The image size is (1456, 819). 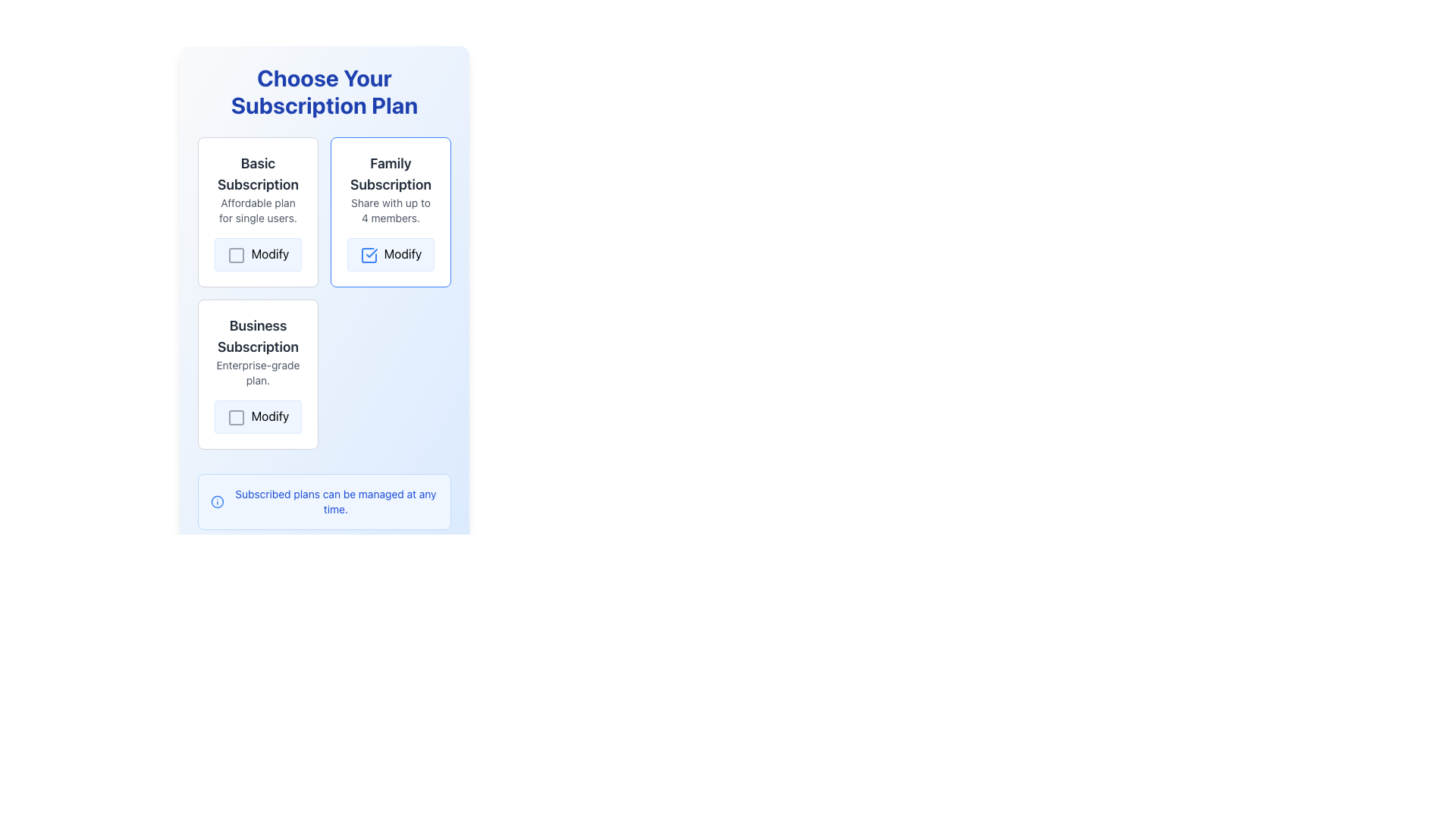 What do you see at coordinates (371, 252) in the screenshot?
I see `the checked state icon for the 'Family Subscription' option, which indicates that the option is active or selected, located centrally within the subscription card above the 'Modify' text` at bounding box center [371, 252].